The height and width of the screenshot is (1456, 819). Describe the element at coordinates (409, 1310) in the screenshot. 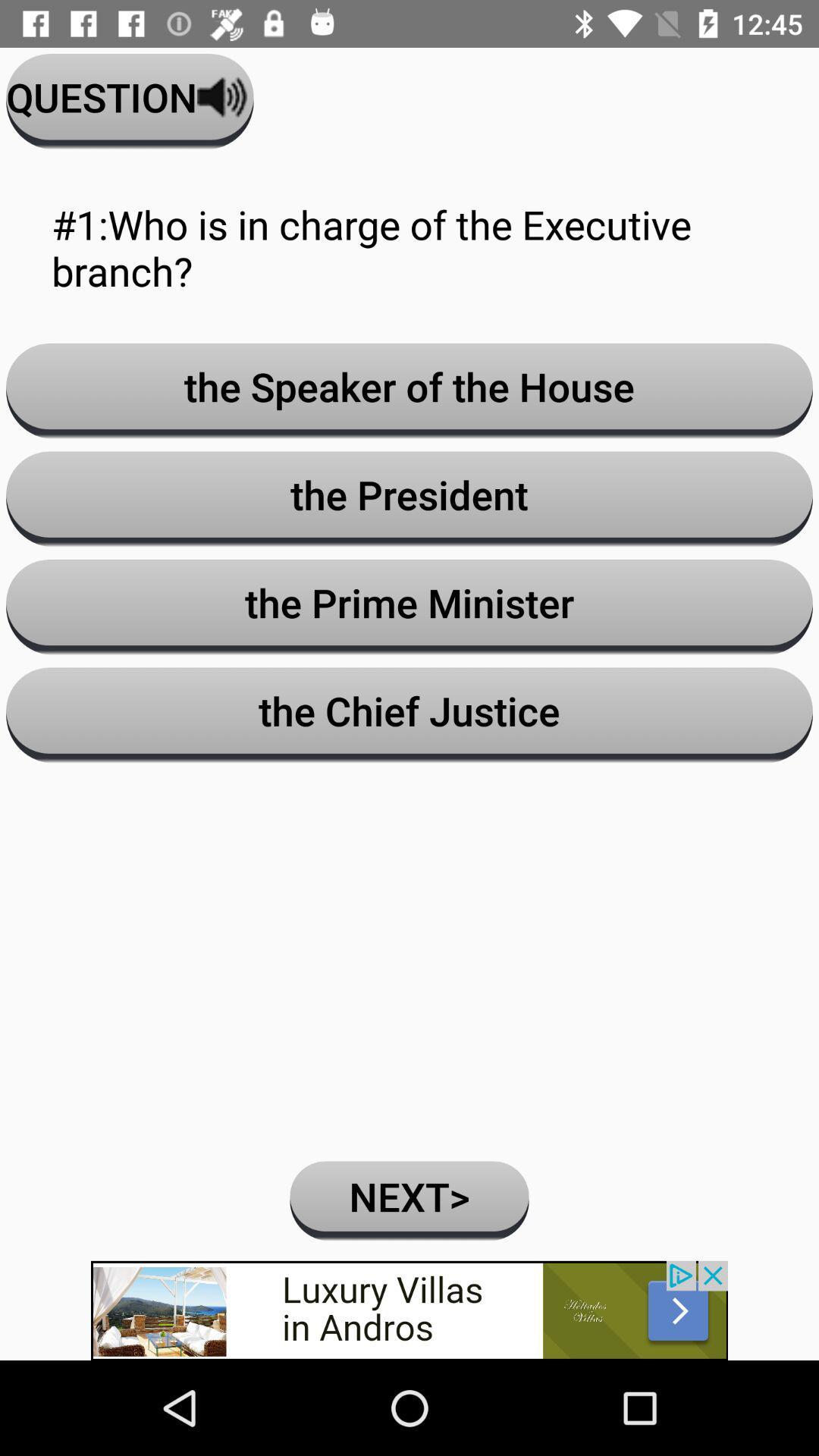

I see `the advertisement site` at that location.